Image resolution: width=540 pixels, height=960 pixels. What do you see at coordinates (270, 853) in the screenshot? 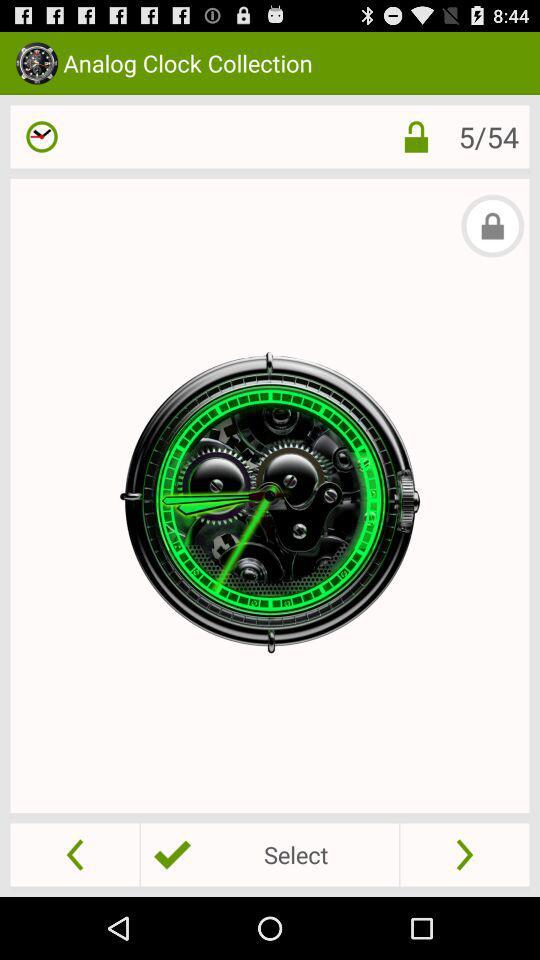
I see `the select at the bottom` at bounding box center [270, 853].